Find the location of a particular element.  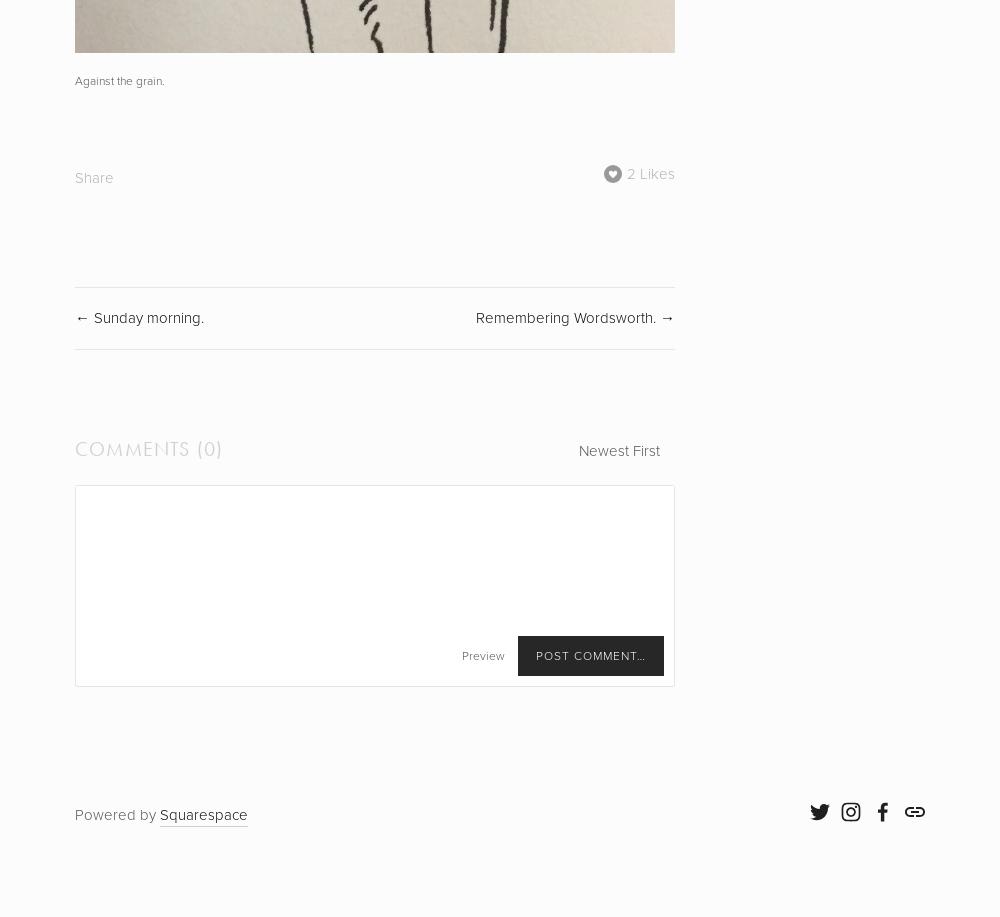

'Powered by' is located at coordinates (116, 815).